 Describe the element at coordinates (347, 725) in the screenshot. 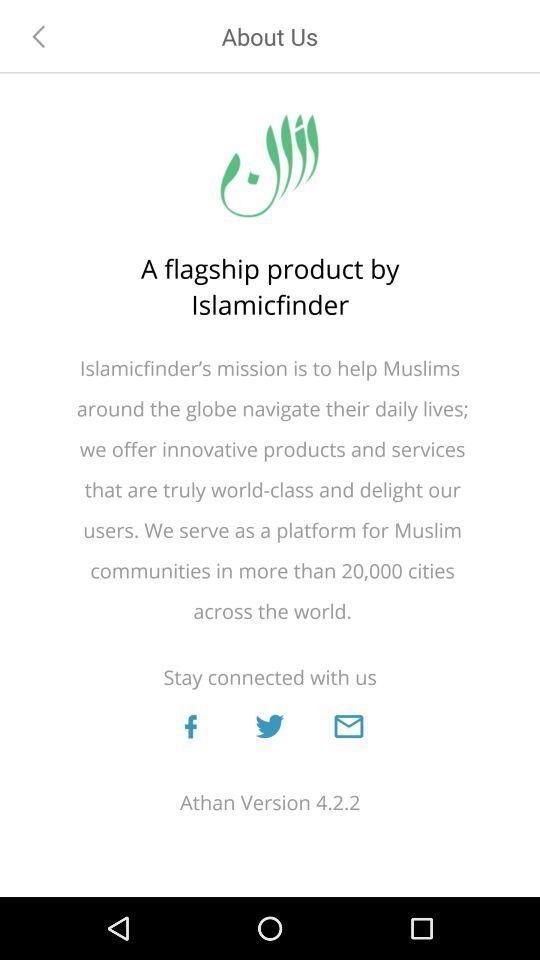

I see `share through email` at that location.